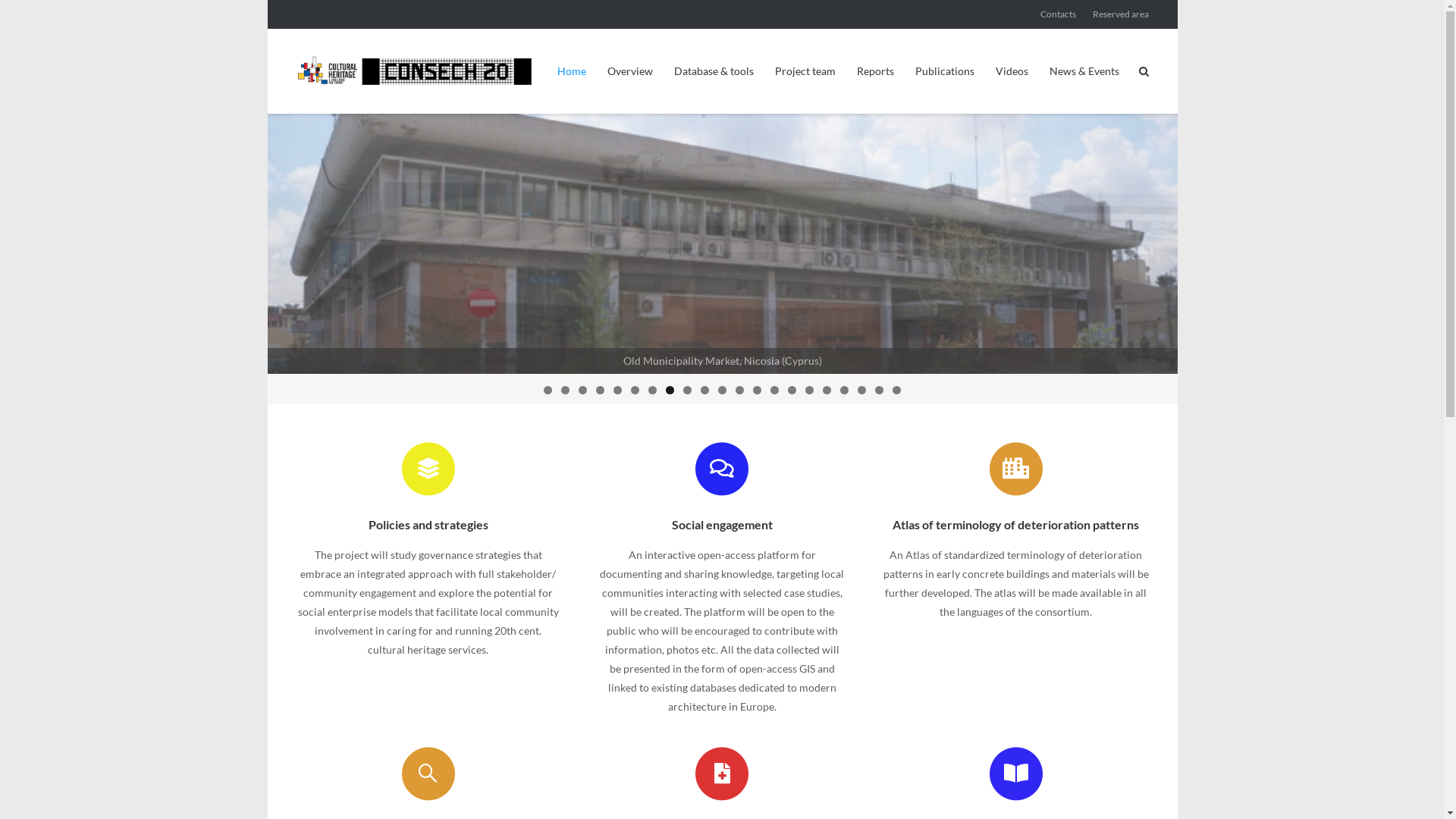 This screenshot has width=1456, height=819. Describe the element at coordinates (564, 389) in the screenshot. I see `'2'` at that location.